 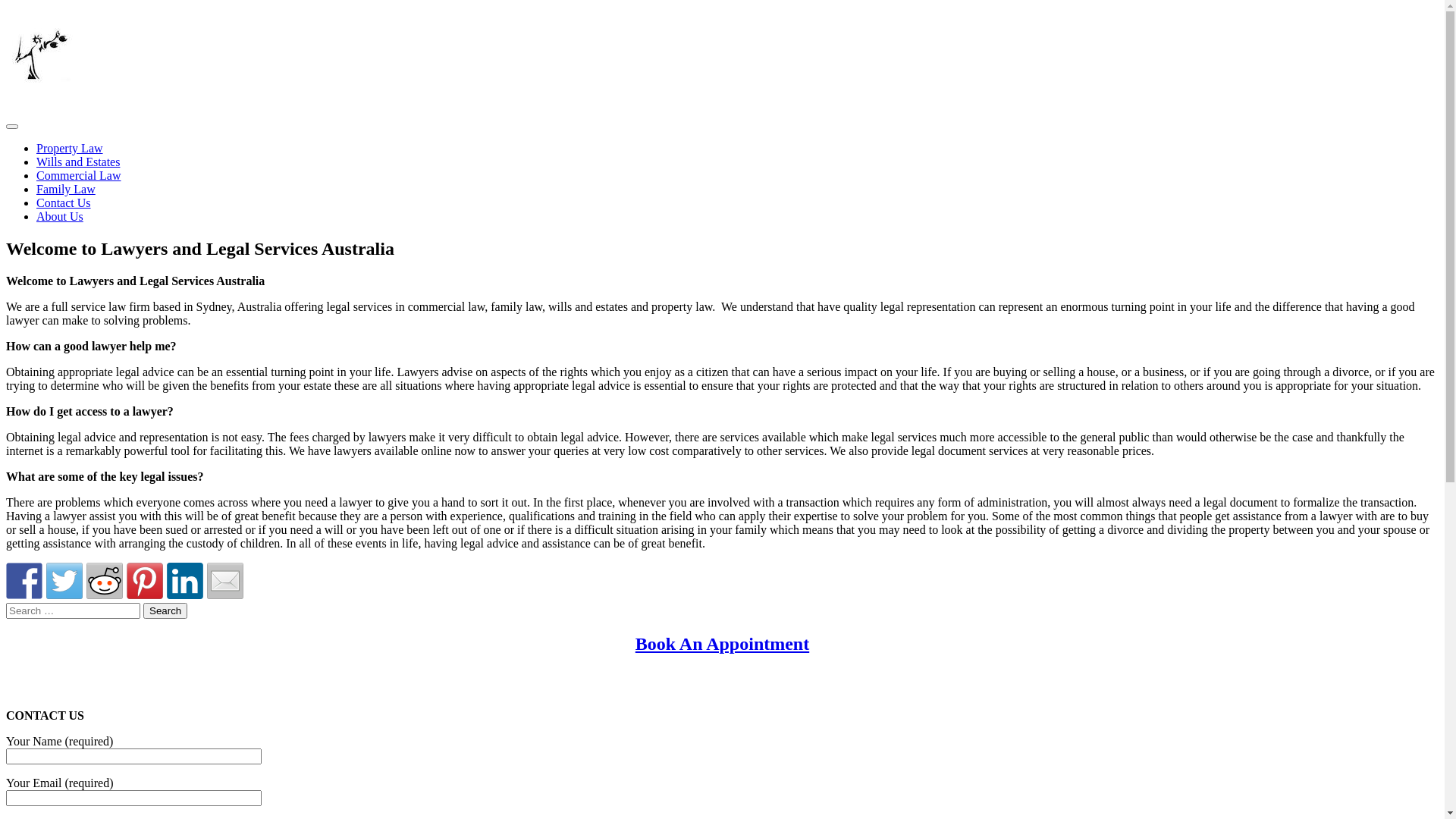 What do you see at coordinates (68, 148) in the screenshot?
I see `'Property Law'` at bounding box center [68, 148].